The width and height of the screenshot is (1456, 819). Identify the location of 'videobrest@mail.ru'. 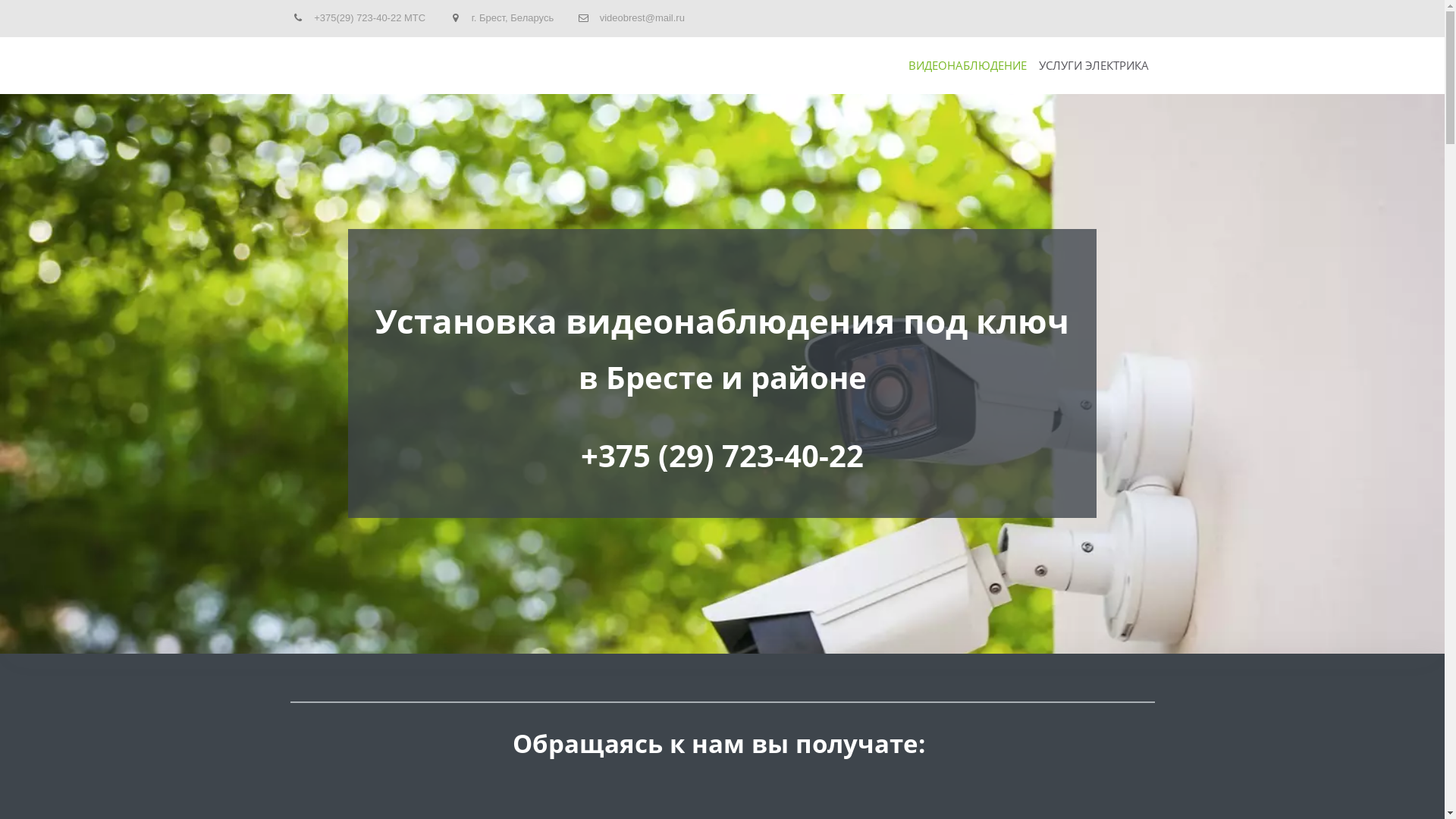
(599, 17).